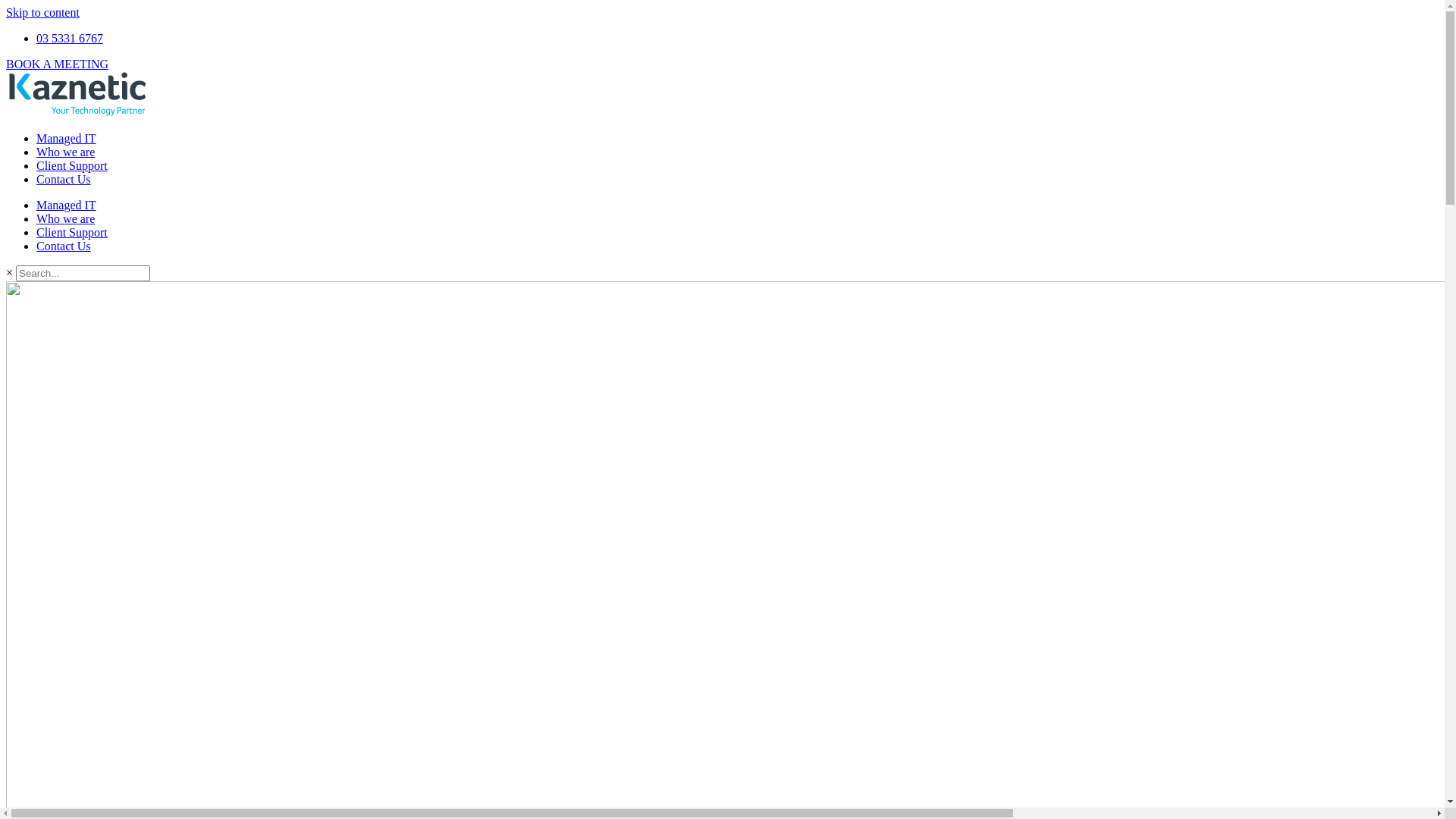 The image size is (1456, 819). Describe the element at coordinates (65, 205) in the screenshot. I see `'Managed IT'` at that location.